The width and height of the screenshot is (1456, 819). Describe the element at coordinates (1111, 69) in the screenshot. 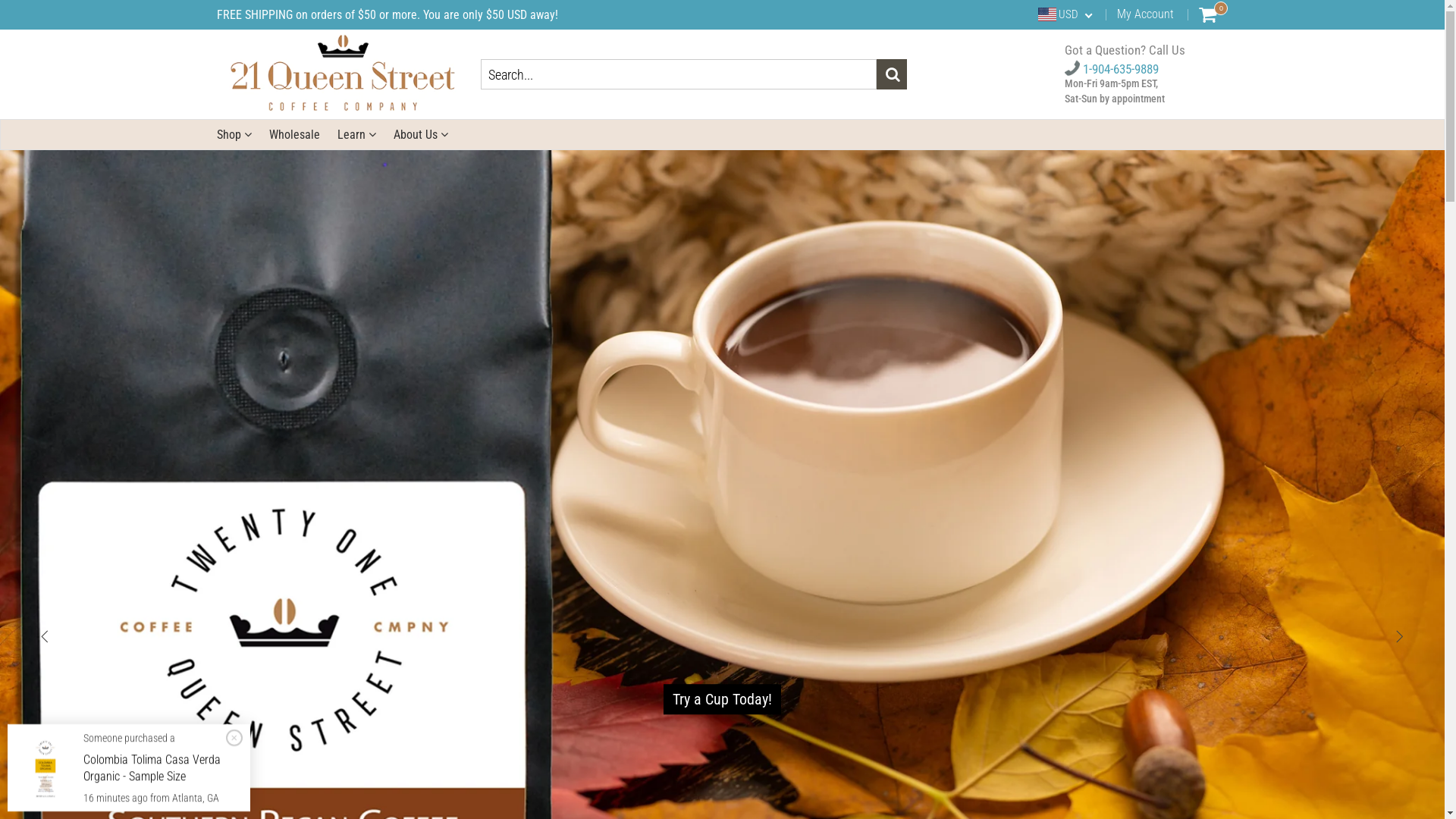

I see `'1-904-635-9889'` at that location.